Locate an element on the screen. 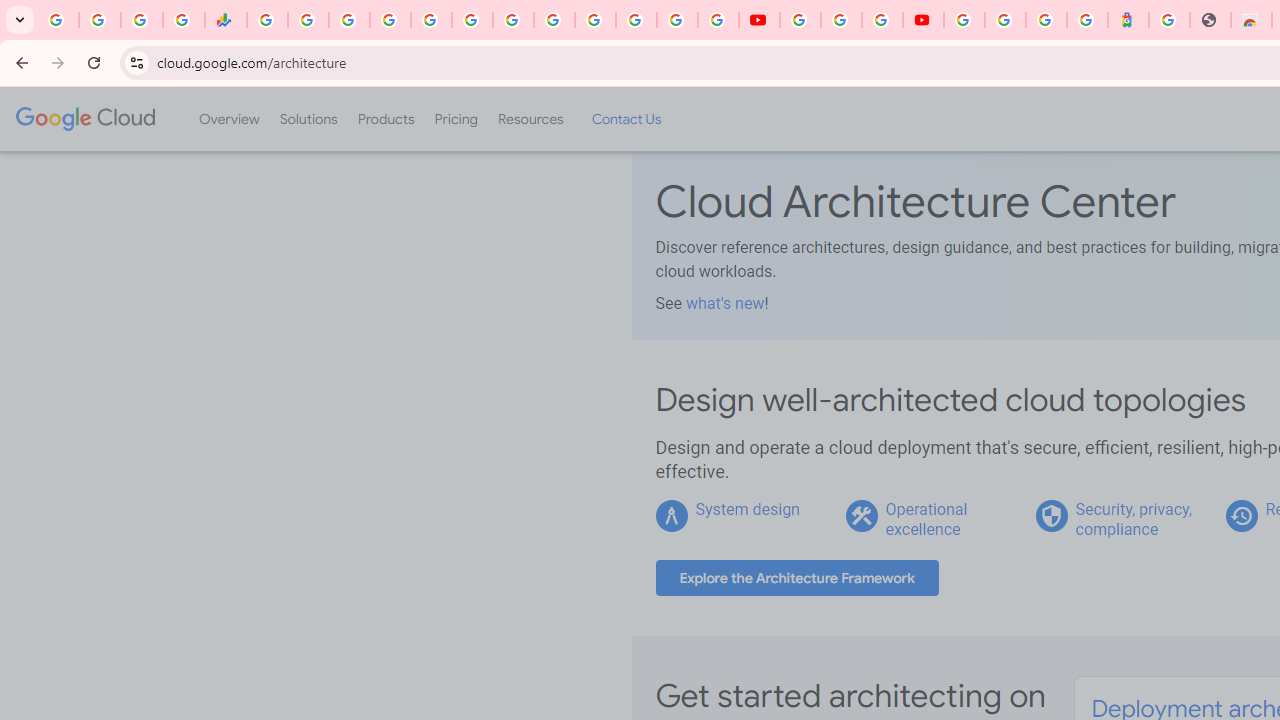  'Products' is located at coordinates (385, 119).